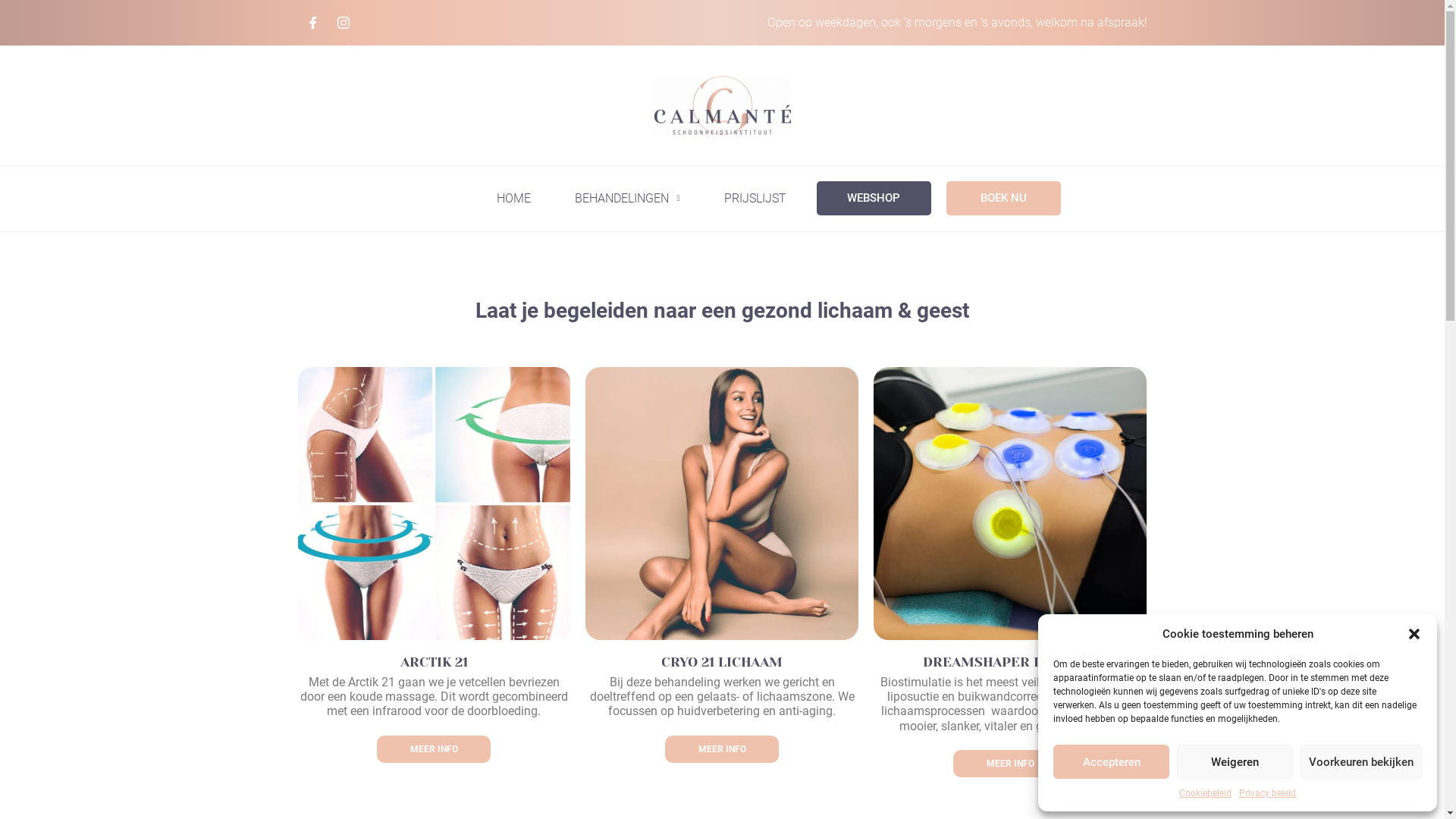 The height and width of the screenshot is (819, 1456). I want to click on 'Weigeren', so click(1235, 761).